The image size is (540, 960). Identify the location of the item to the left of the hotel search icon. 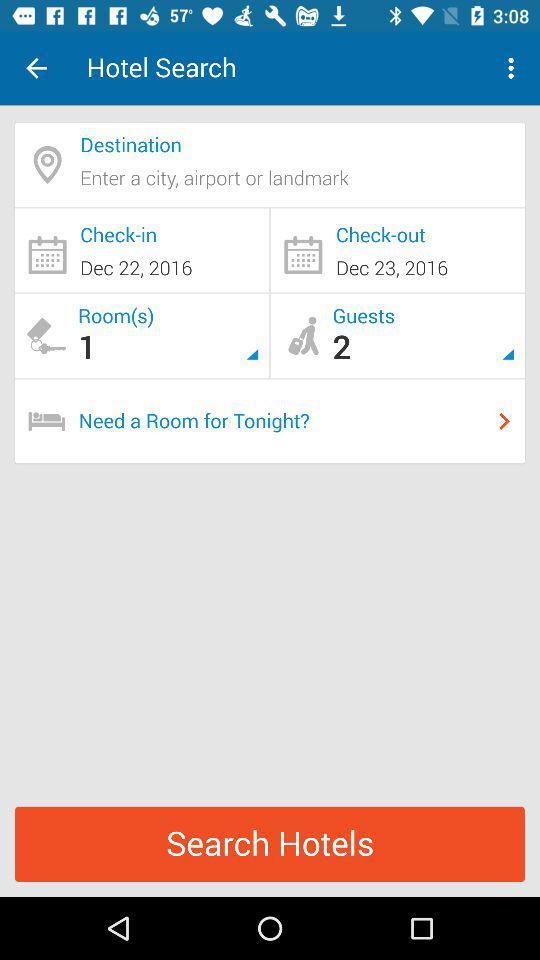
(36, 68).